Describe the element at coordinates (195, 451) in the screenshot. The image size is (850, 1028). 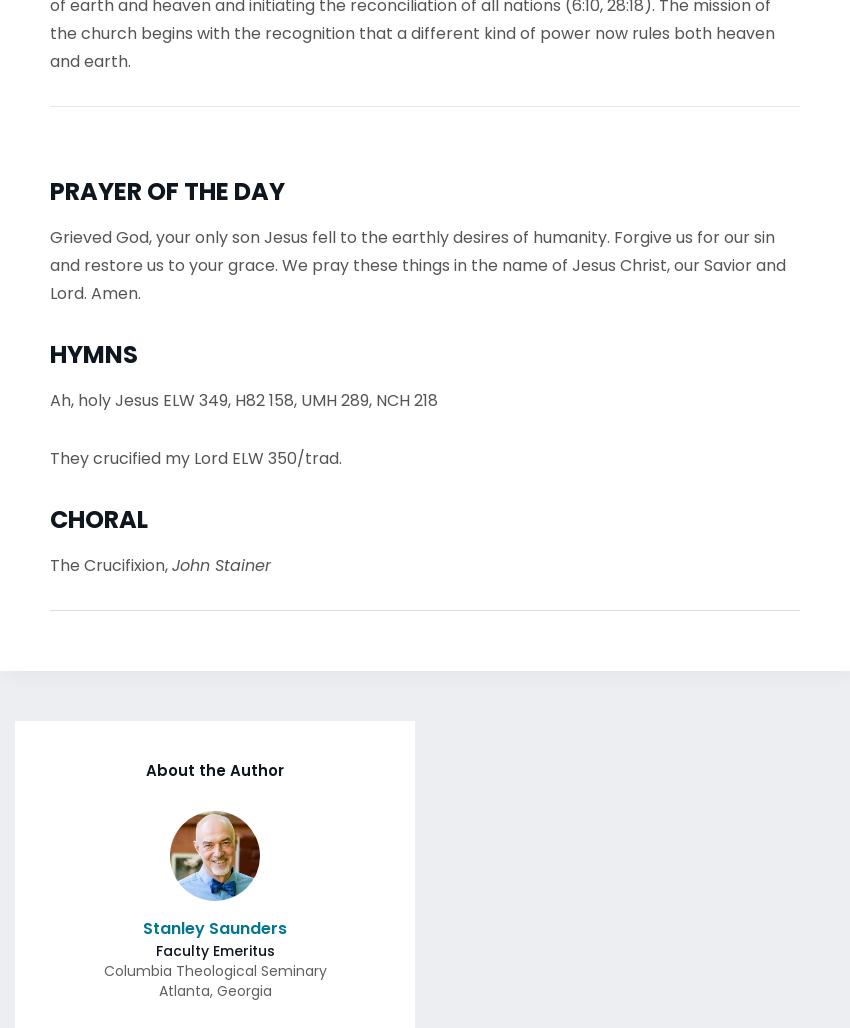
I see `'They crucified my Lord ELW 350/trad.'` at that location.